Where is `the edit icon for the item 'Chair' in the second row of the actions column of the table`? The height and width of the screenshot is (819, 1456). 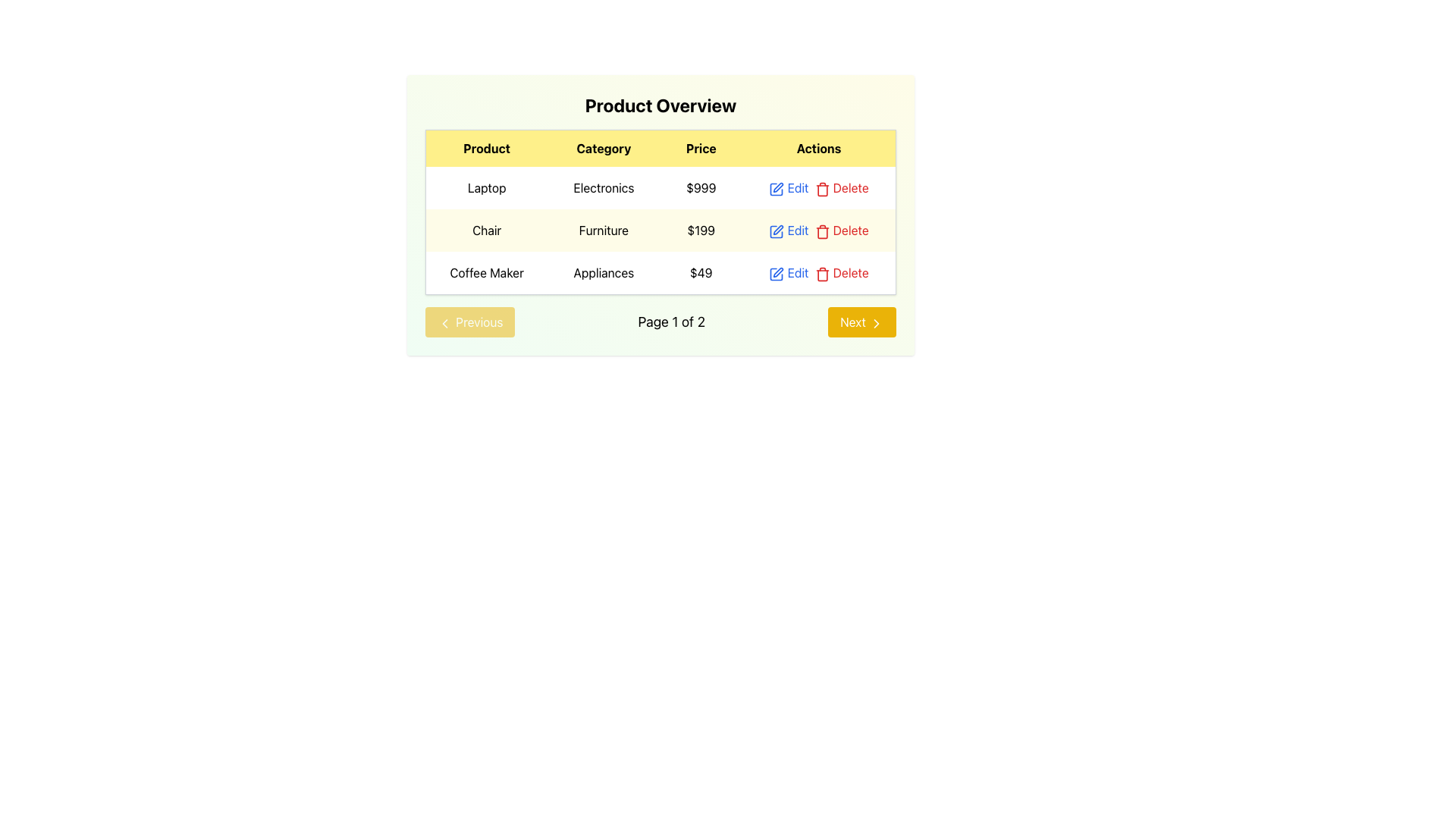
the edit icon for the item 'Chair' in the second row of the actions column of the table is located at coordinates (779, 230).